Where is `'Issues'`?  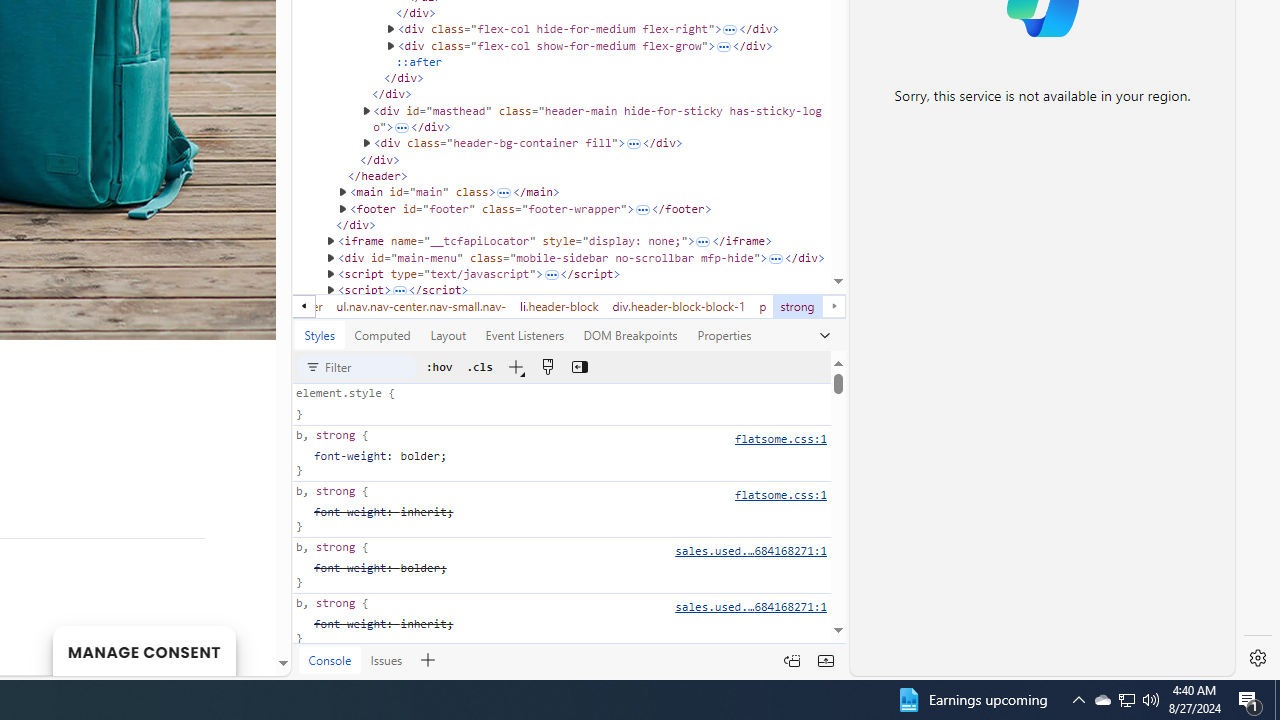
'Issues' is located at coordinates (386, 659).